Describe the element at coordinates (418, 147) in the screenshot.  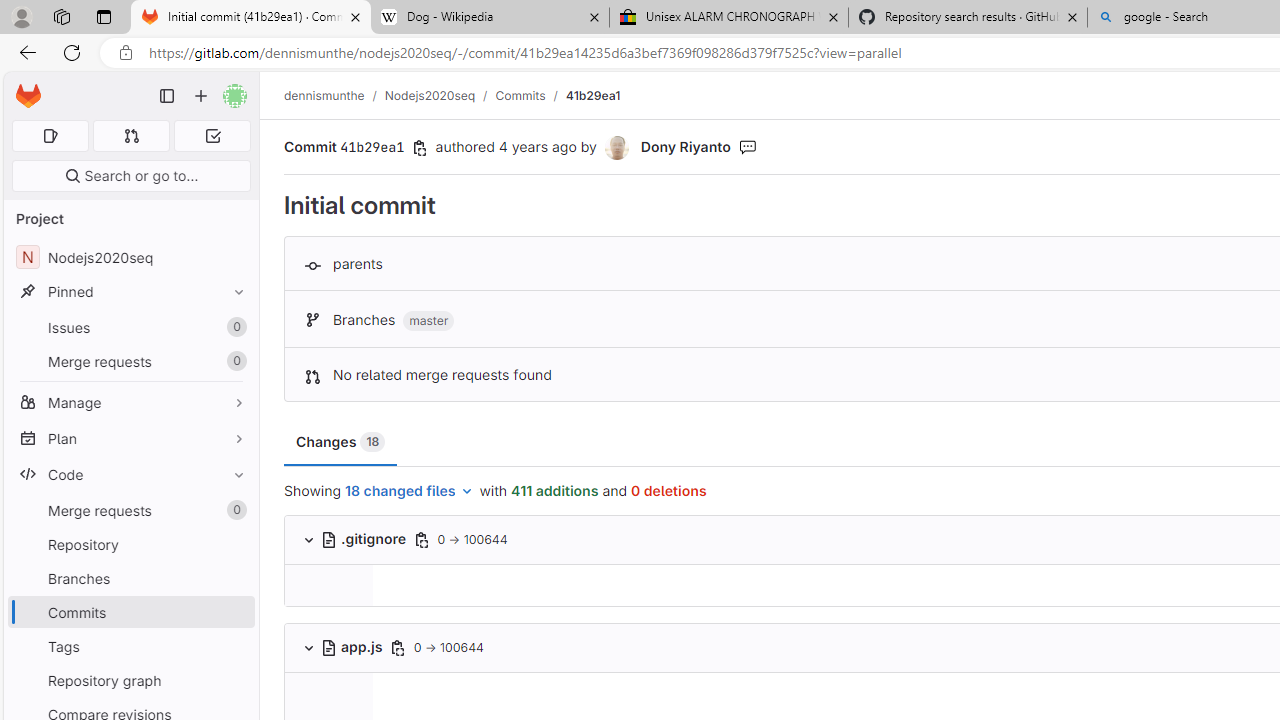
I see `'Copy commit SHA'` at that location.